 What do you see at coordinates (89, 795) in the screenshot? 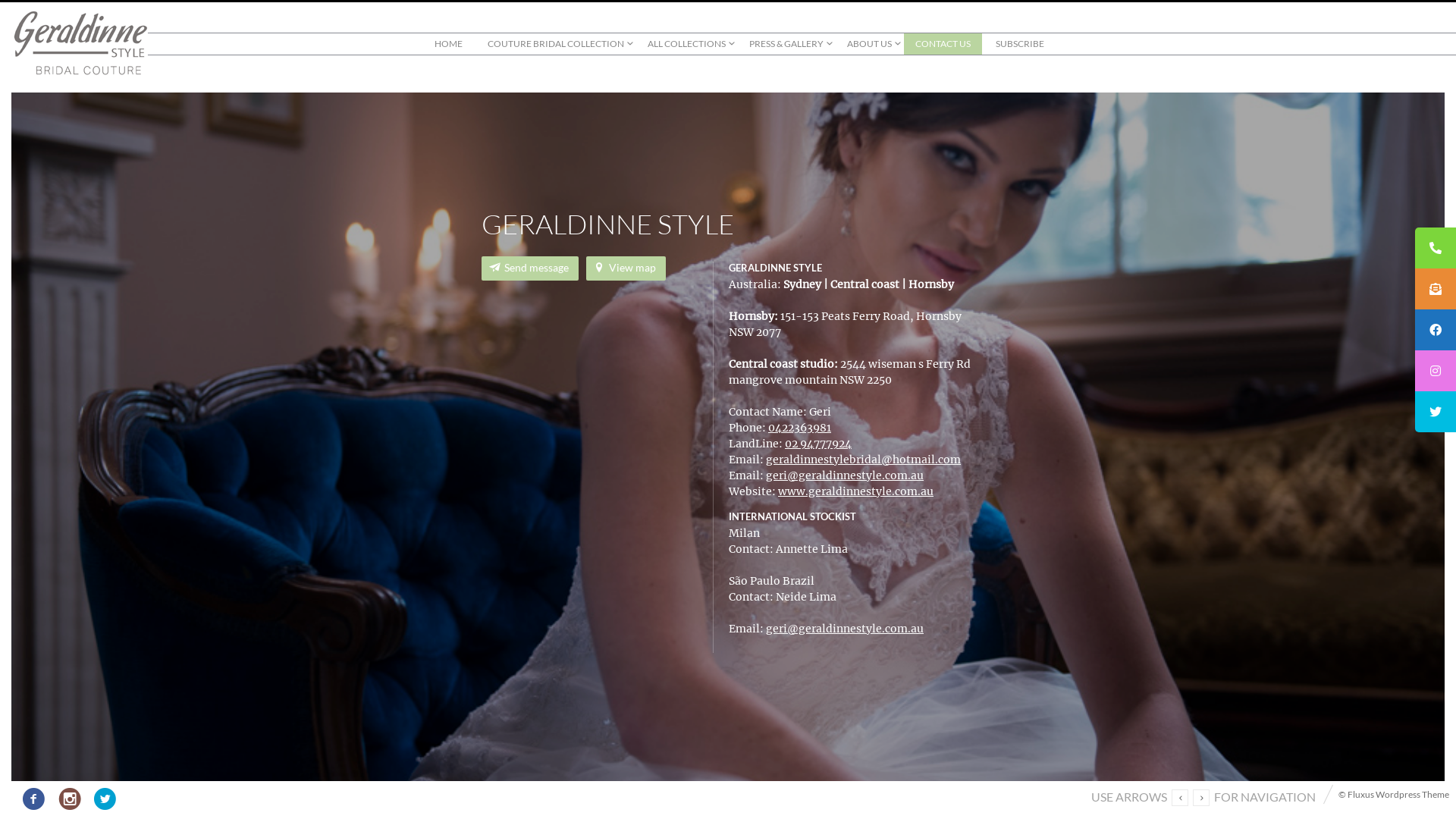
I see `'Connect on Twitter'` at bounding box center [89, 795].